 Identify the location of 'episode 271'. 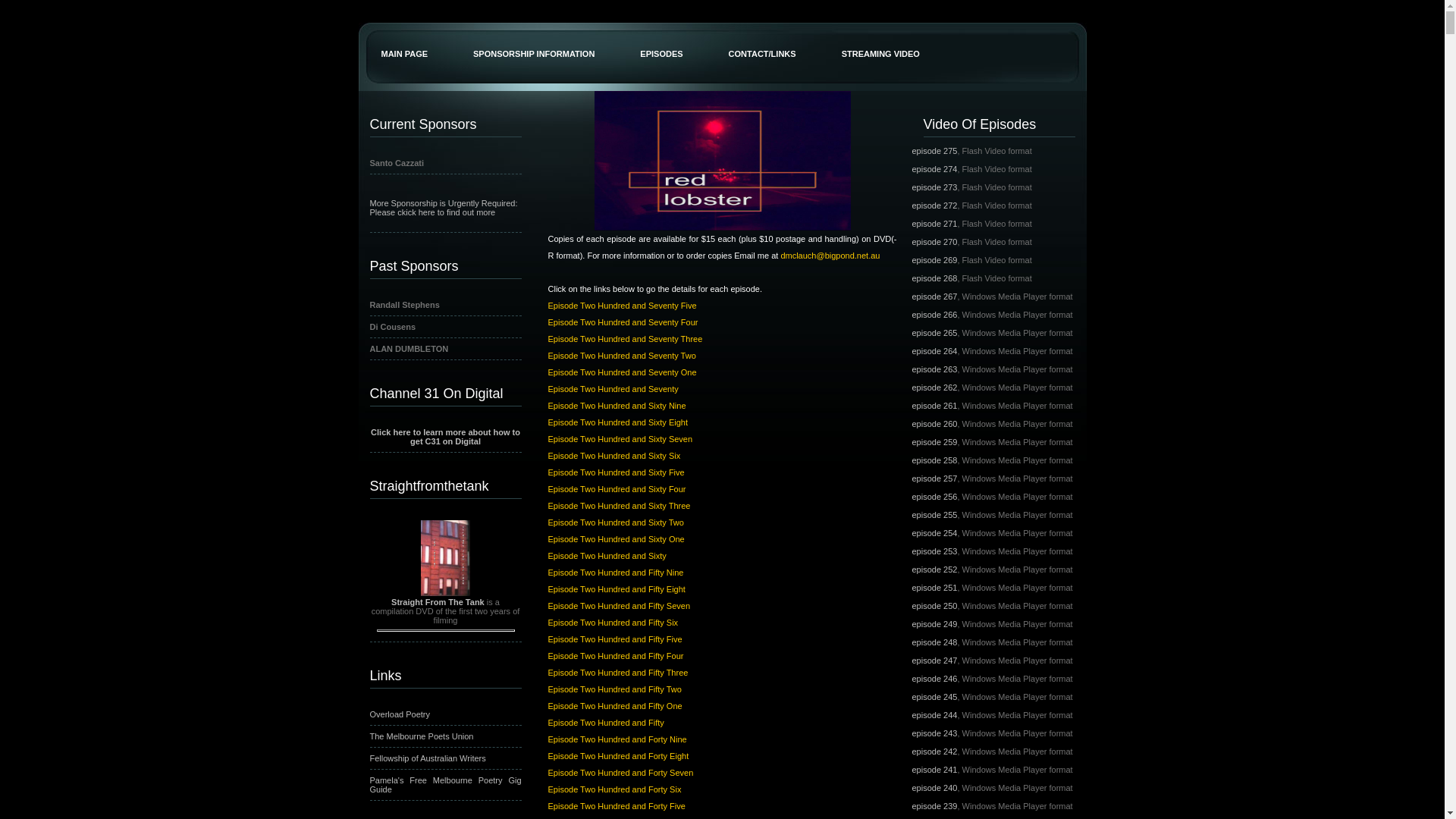
(934, 223).